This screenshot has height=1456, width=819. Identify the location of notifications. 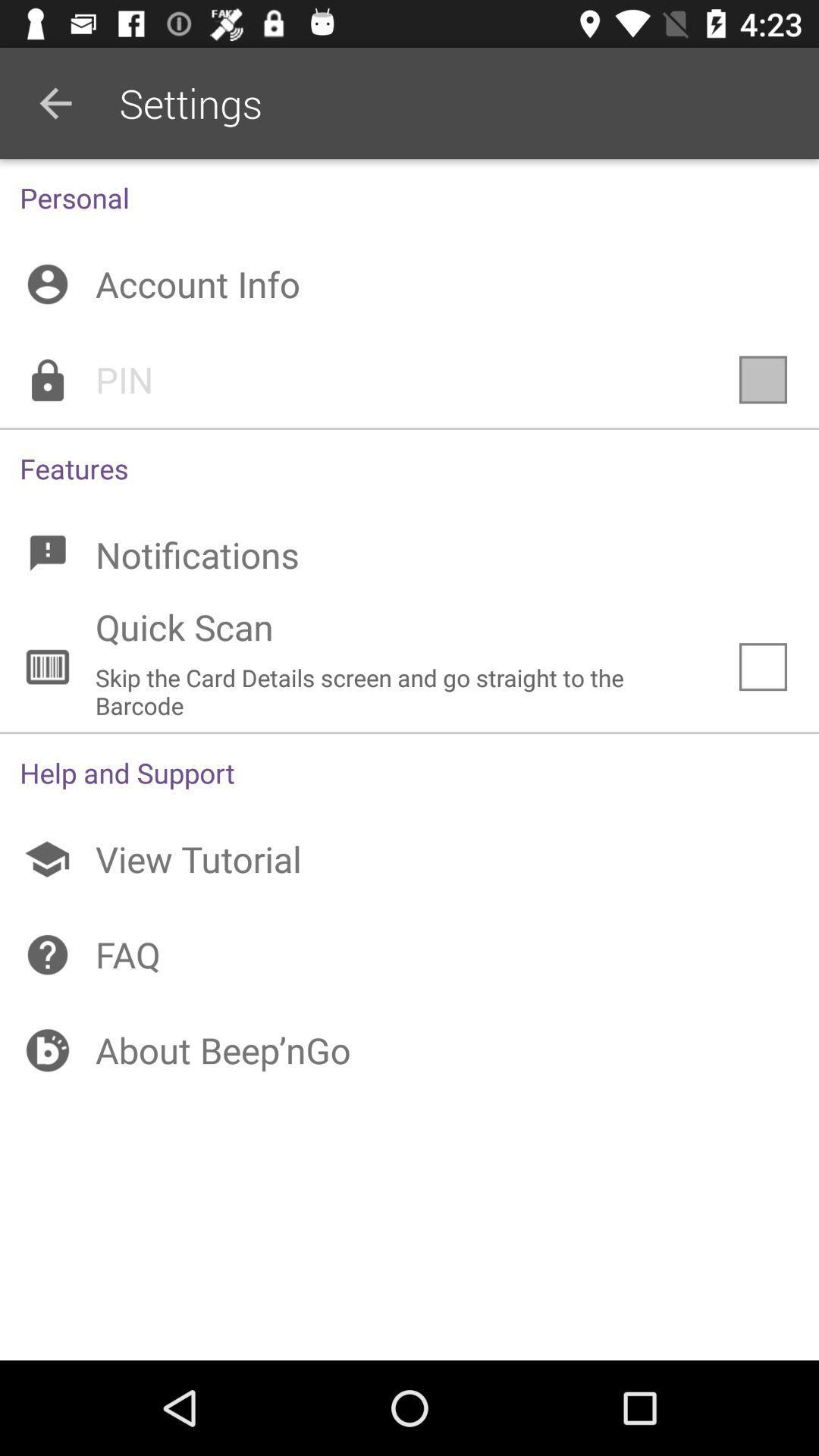
(409, 554).